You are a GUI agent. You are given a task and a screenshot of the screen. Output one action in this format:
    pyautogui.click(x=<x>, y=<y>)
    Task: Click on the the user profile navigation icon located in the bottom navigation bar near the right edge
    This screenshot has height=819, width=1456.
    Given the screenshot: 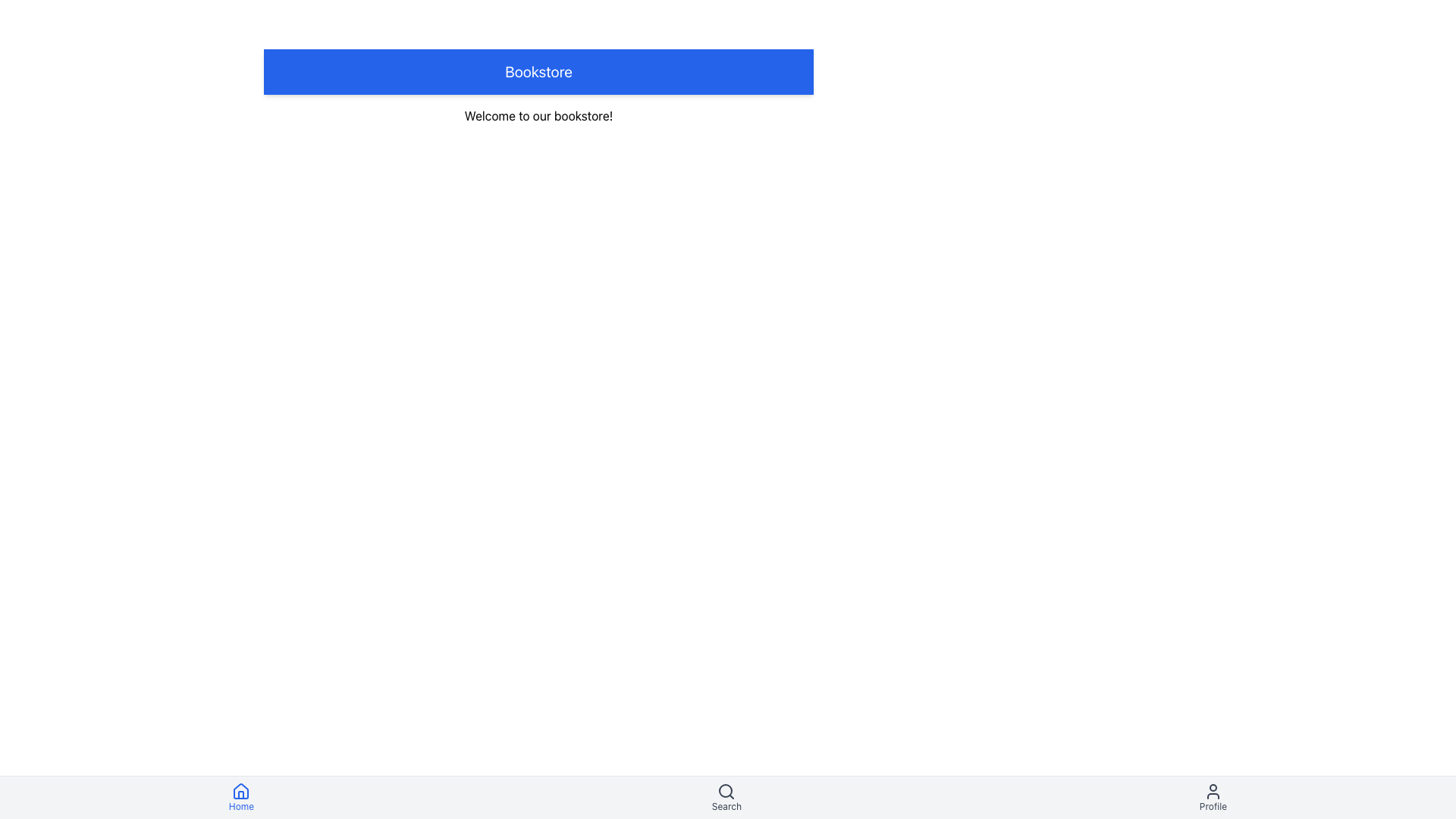 What is the action you would take?
    pyautogui.click(x=1212, y=791)
    